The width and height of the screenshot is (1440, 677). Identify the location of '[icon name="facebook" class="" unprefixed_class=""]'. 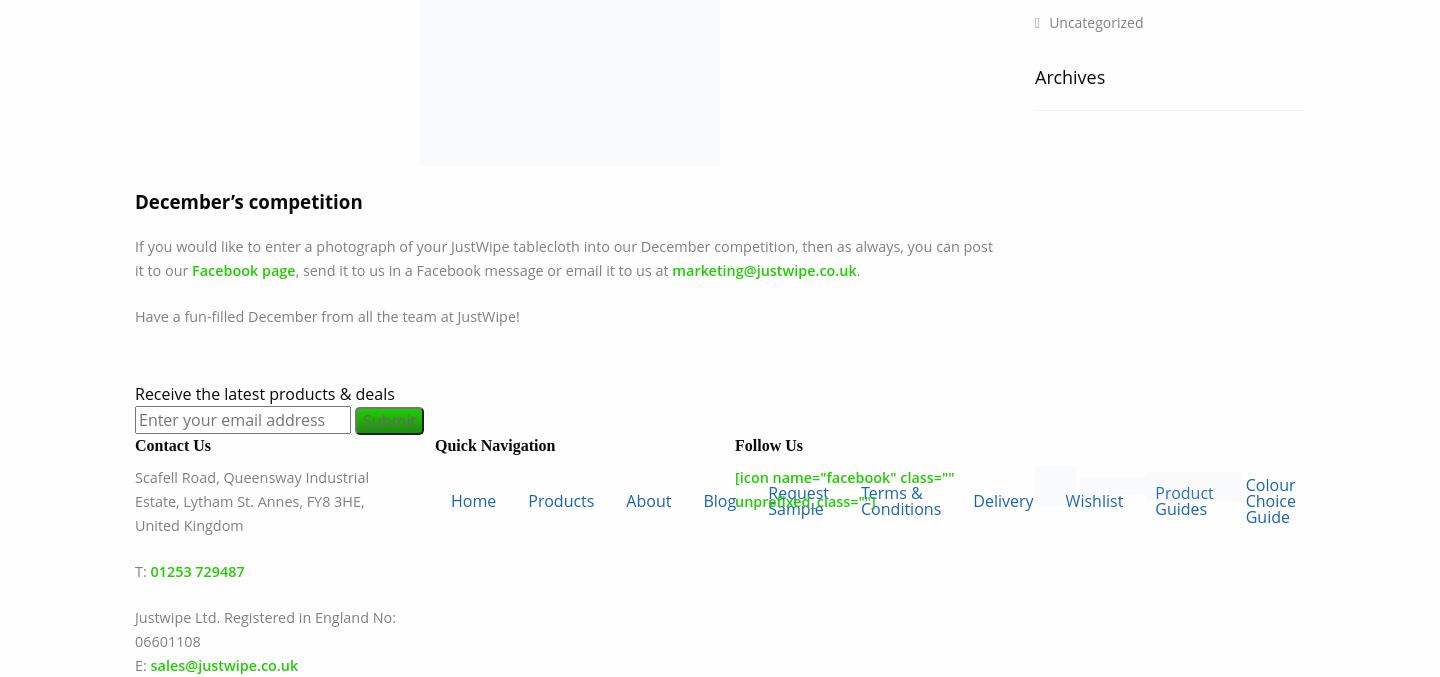
(843, 488).